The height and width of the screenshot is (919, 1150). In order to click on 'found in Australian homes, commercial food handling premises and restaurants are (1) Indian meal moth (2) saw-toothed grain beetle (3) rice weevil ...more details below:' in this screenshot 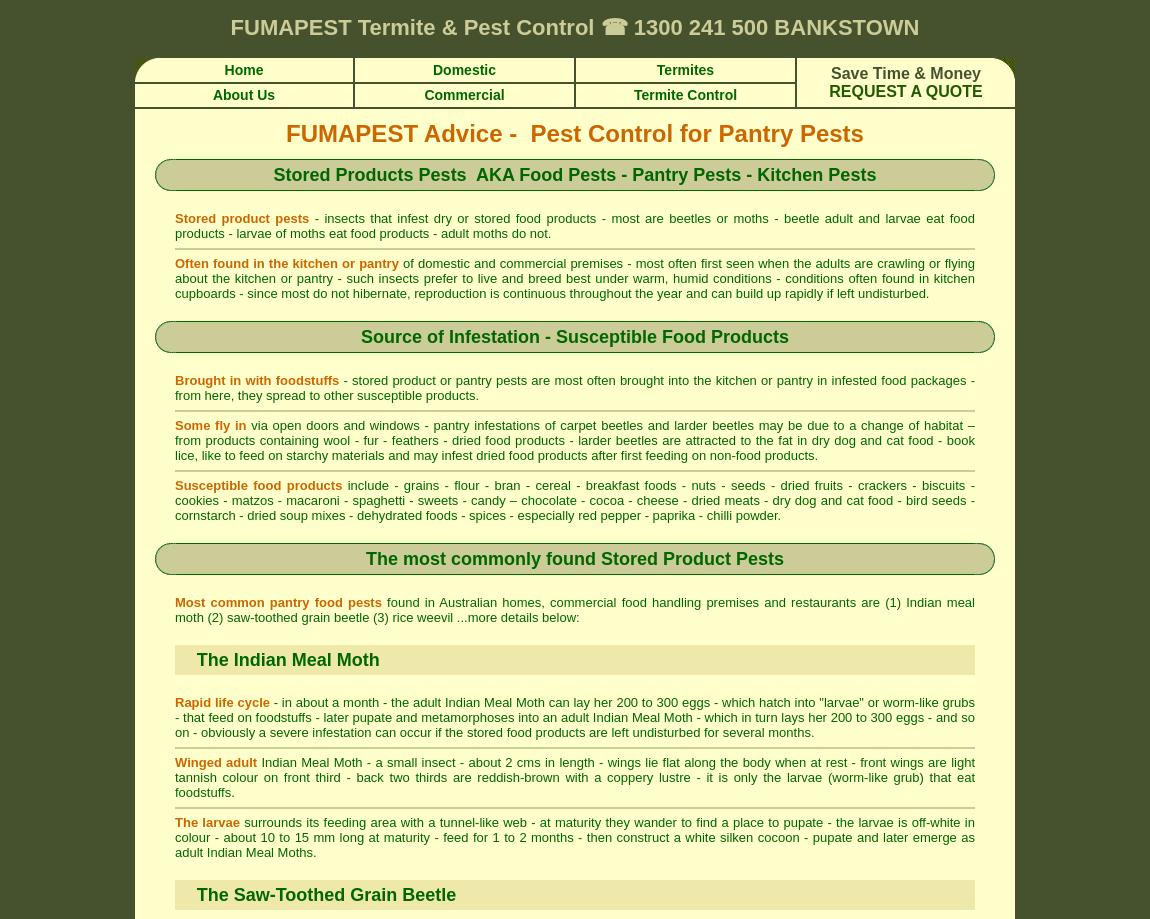, I will do `click(174, 610)`.